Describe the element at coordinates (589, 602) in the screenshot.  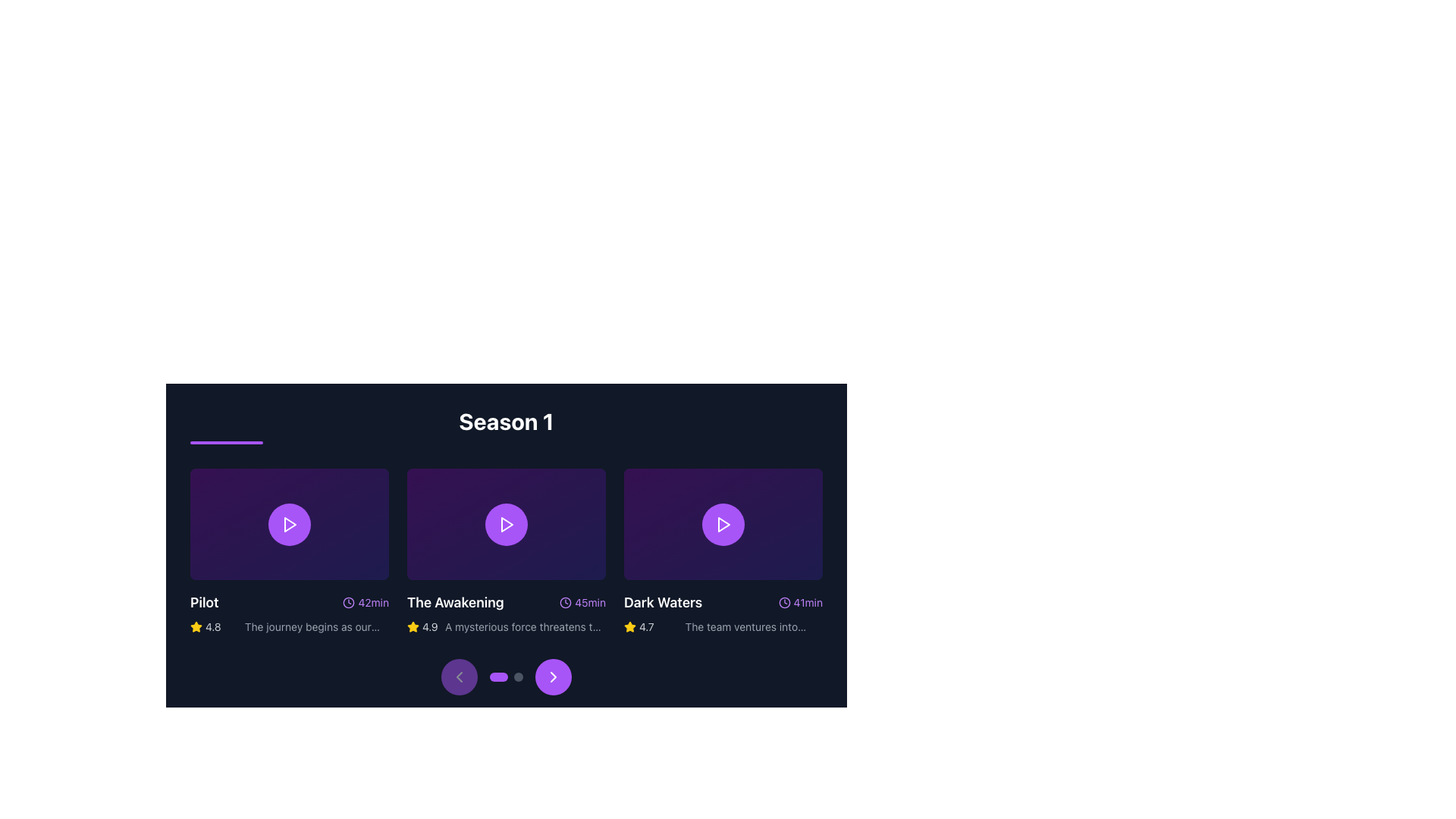
I see `the Label displaying '45min', which is styled in purple and located below 'The Awakening' card, to the right of the clock icon` at that location.